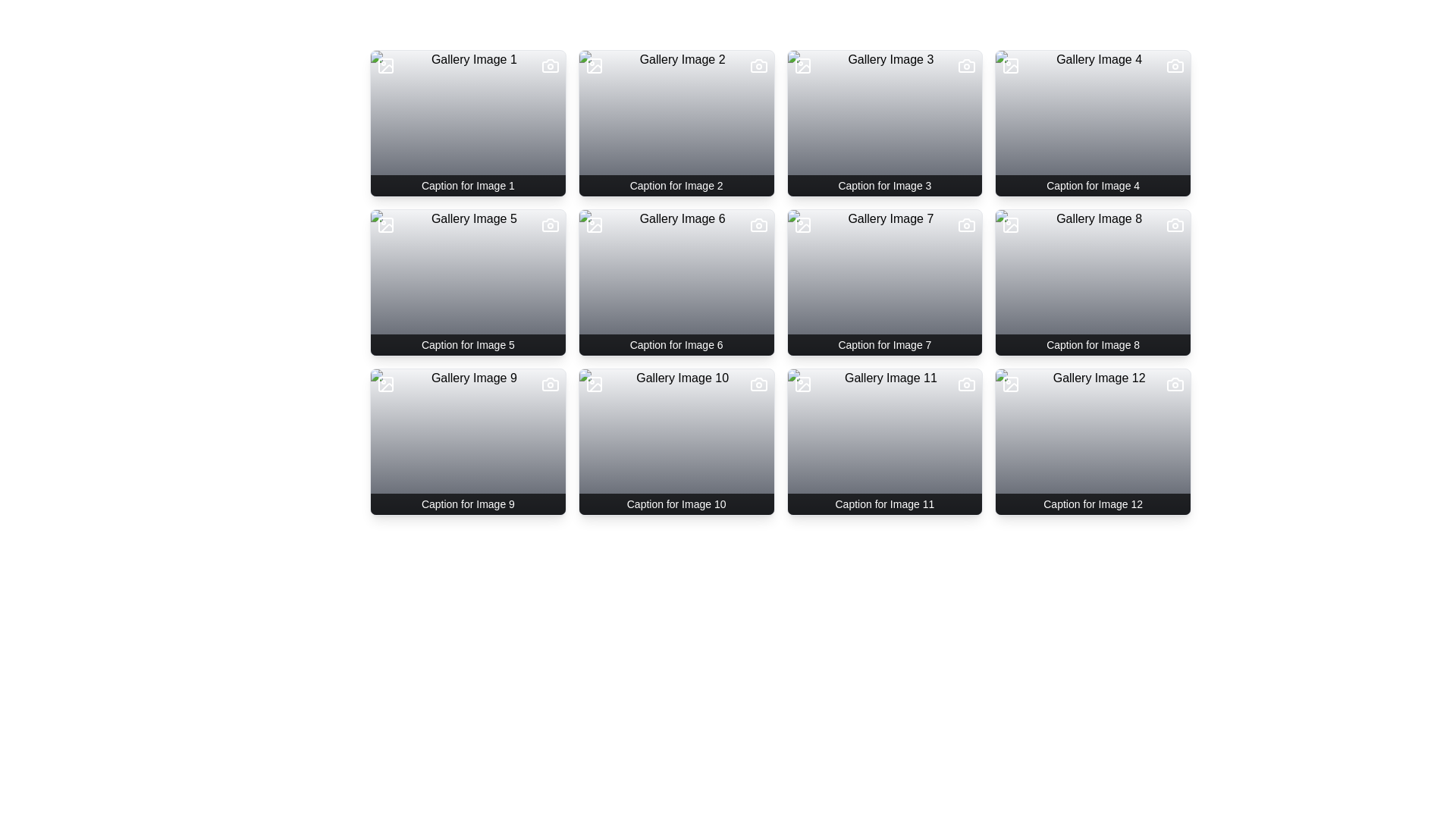 This screenshot has width=1456, height=819. What do you see at coordinates (1093, 122) in the screenshot?
I see `the Decorative overlay that provides a semi-transparent gradient effect over the image in 'Gallery Image 4'` at bounding box center [1093, 122].